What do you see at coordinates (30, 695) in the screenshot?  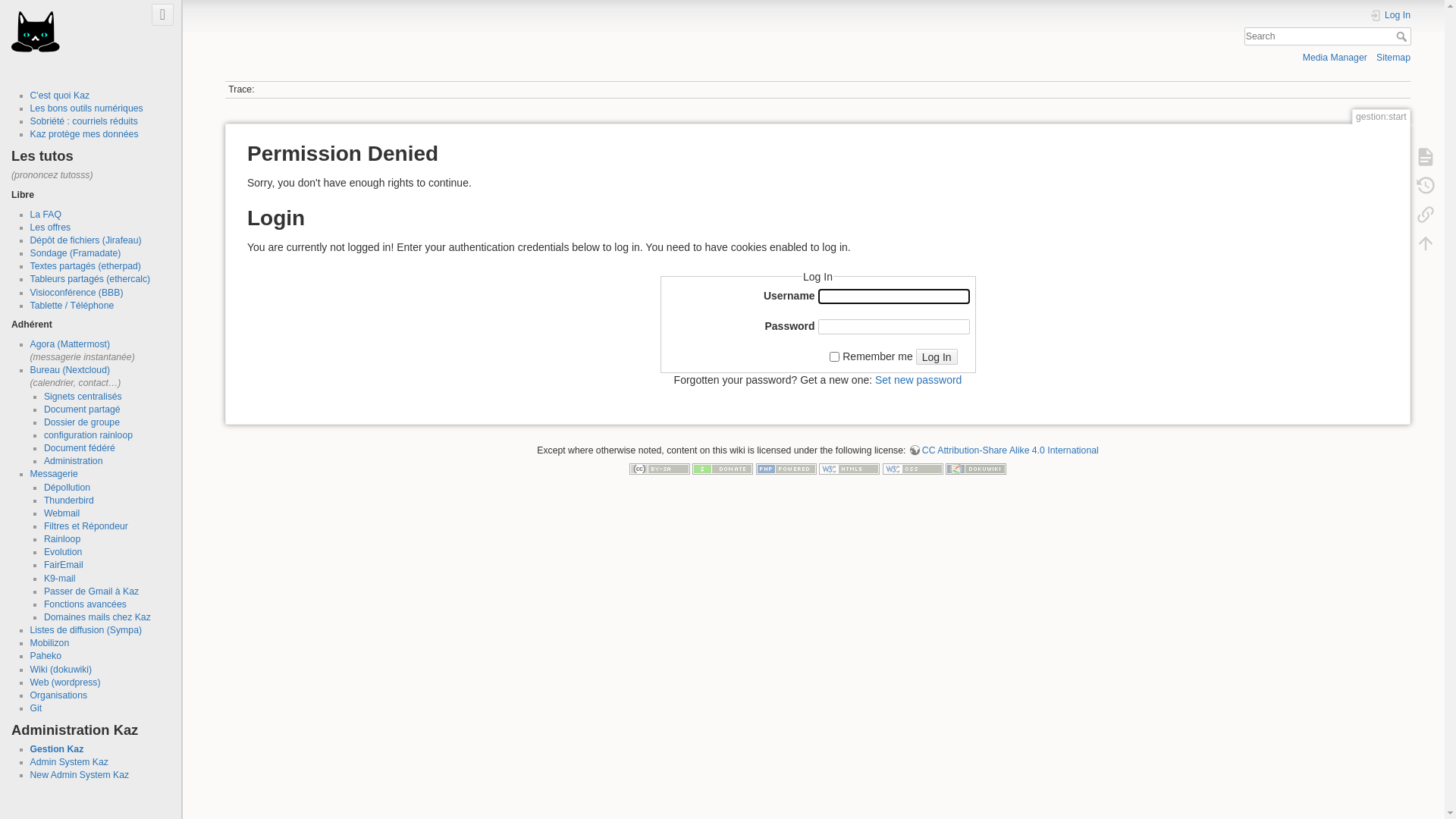 I see `'Organisations'` at bounding box center [30, 695].